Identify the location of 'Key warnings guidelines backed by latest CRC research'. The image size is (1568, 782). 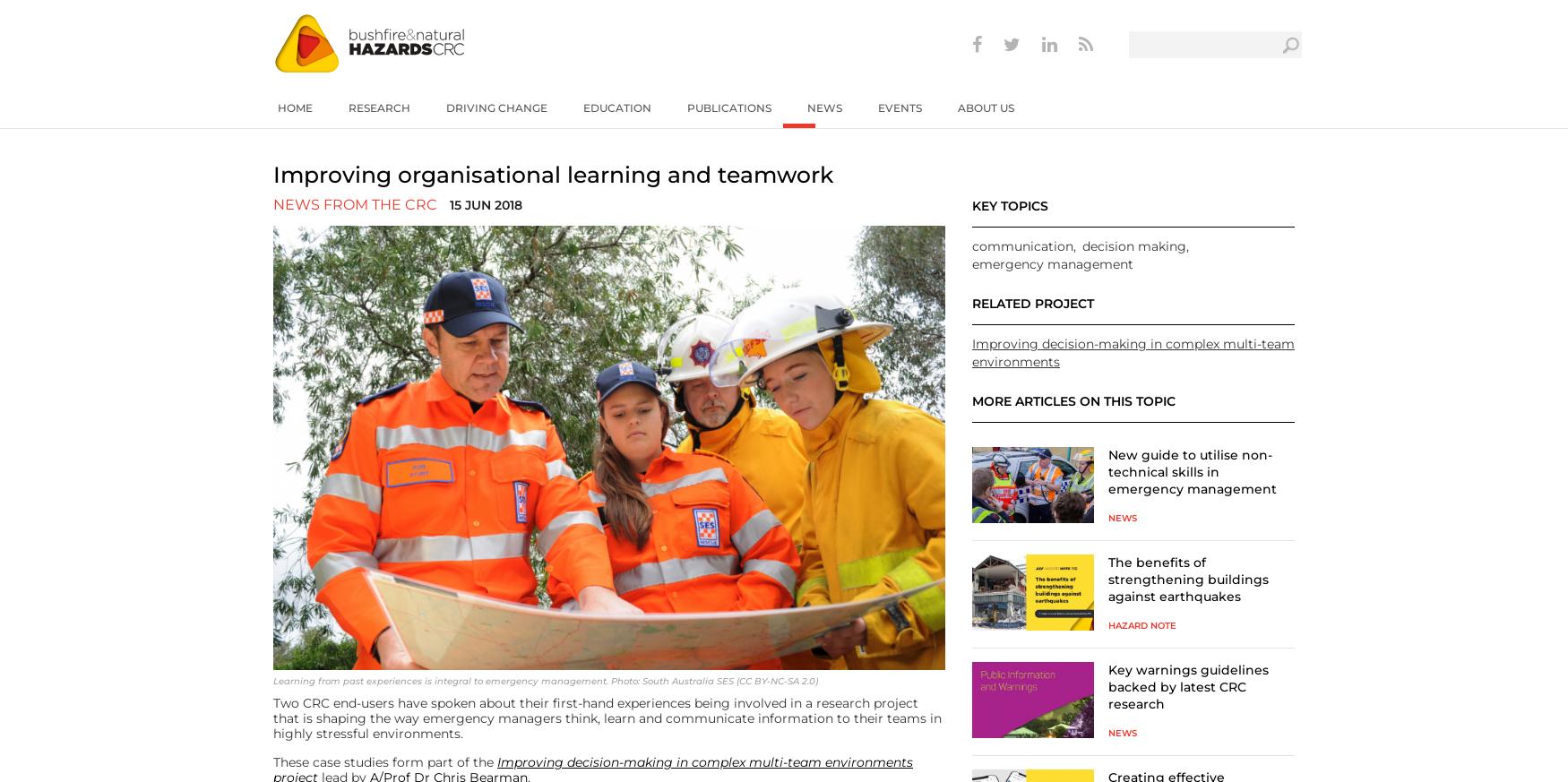
(1108, 684).